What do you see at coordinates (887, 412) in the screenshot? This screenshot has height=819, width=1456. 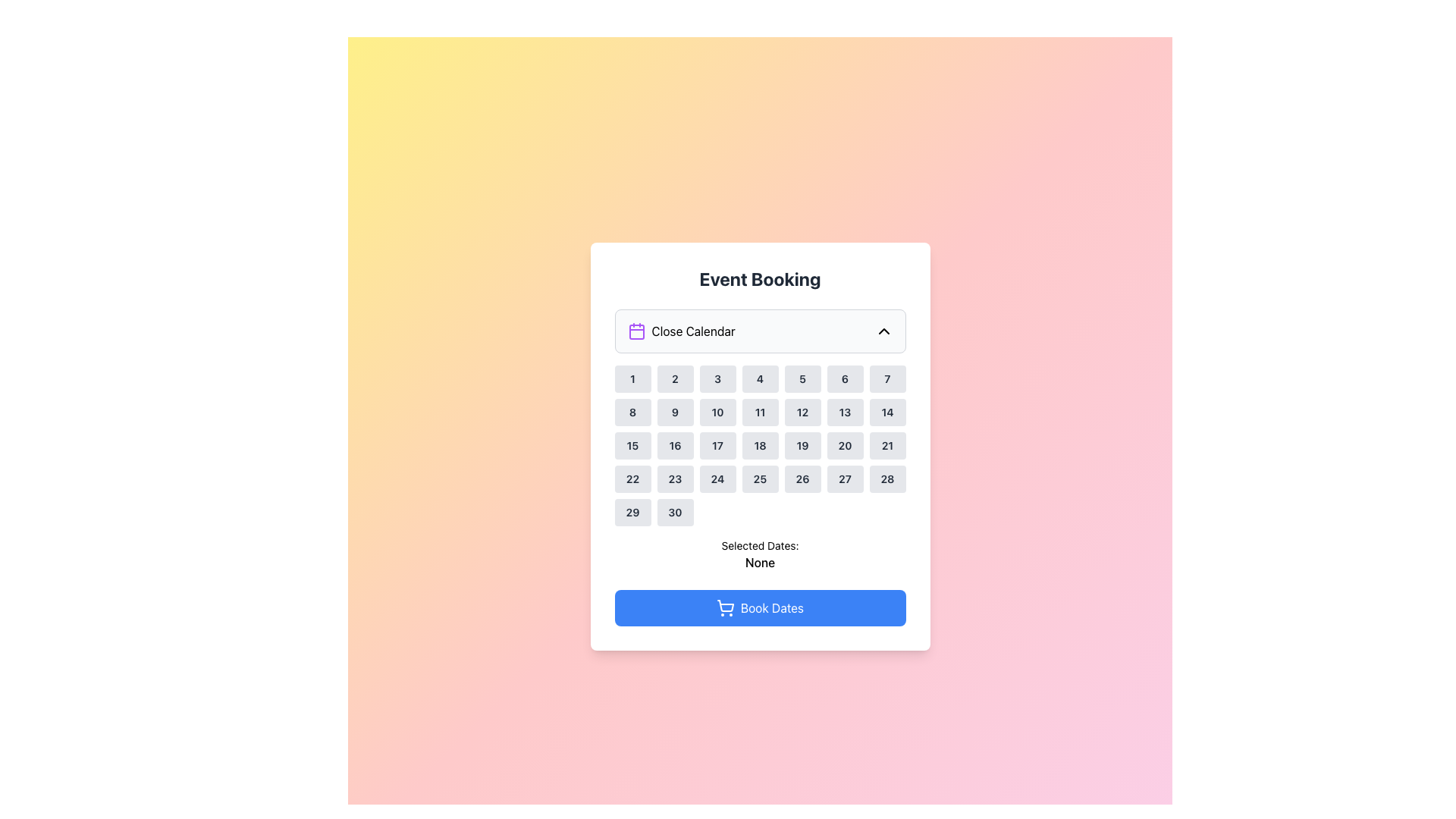 I see `the button displaying the number '14' in the calendar grid layout` at bounding box center [887, 412].